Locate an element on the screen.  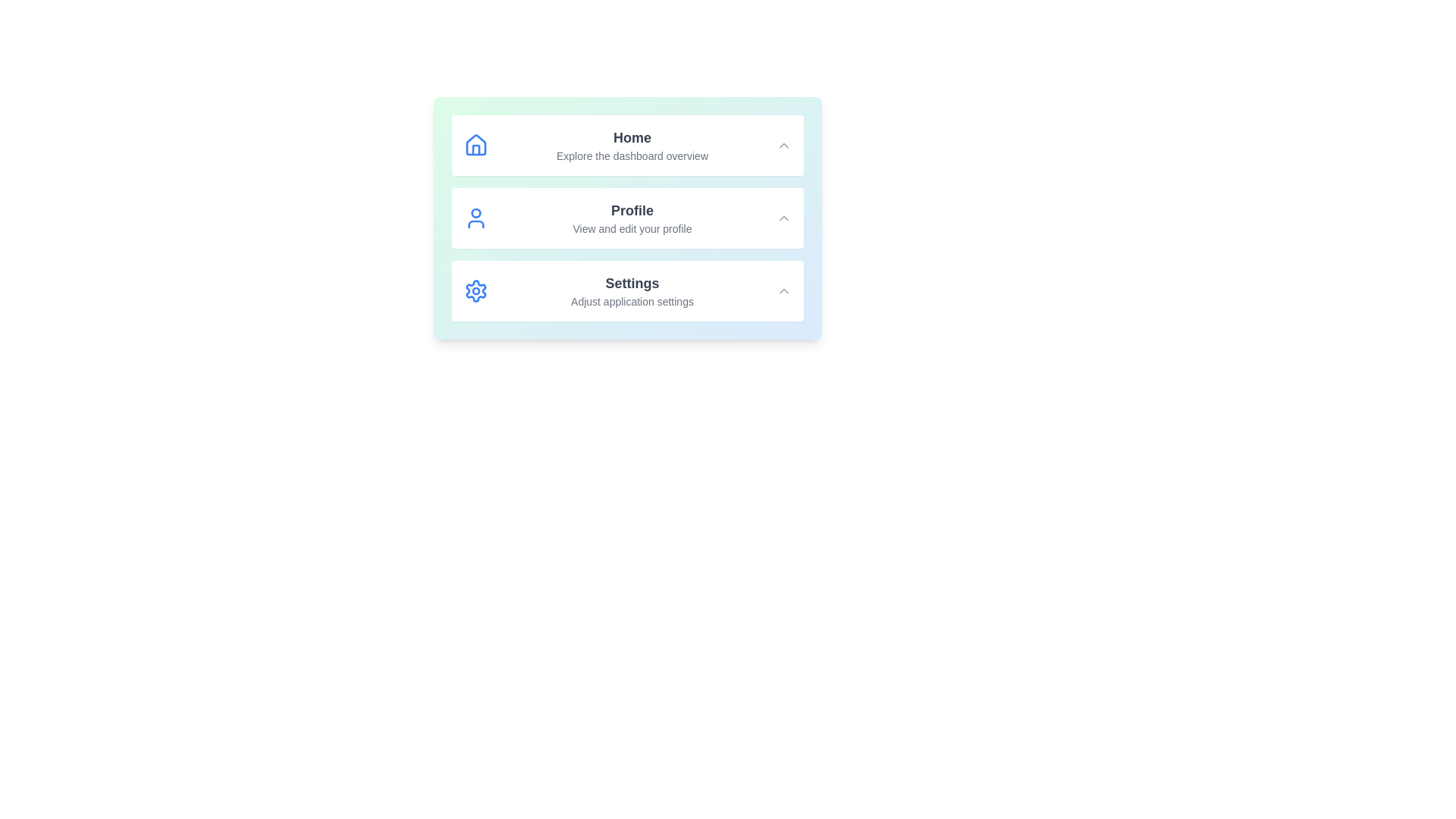
the Settings section to observe the hover effect is located at coordinates (628, 291).